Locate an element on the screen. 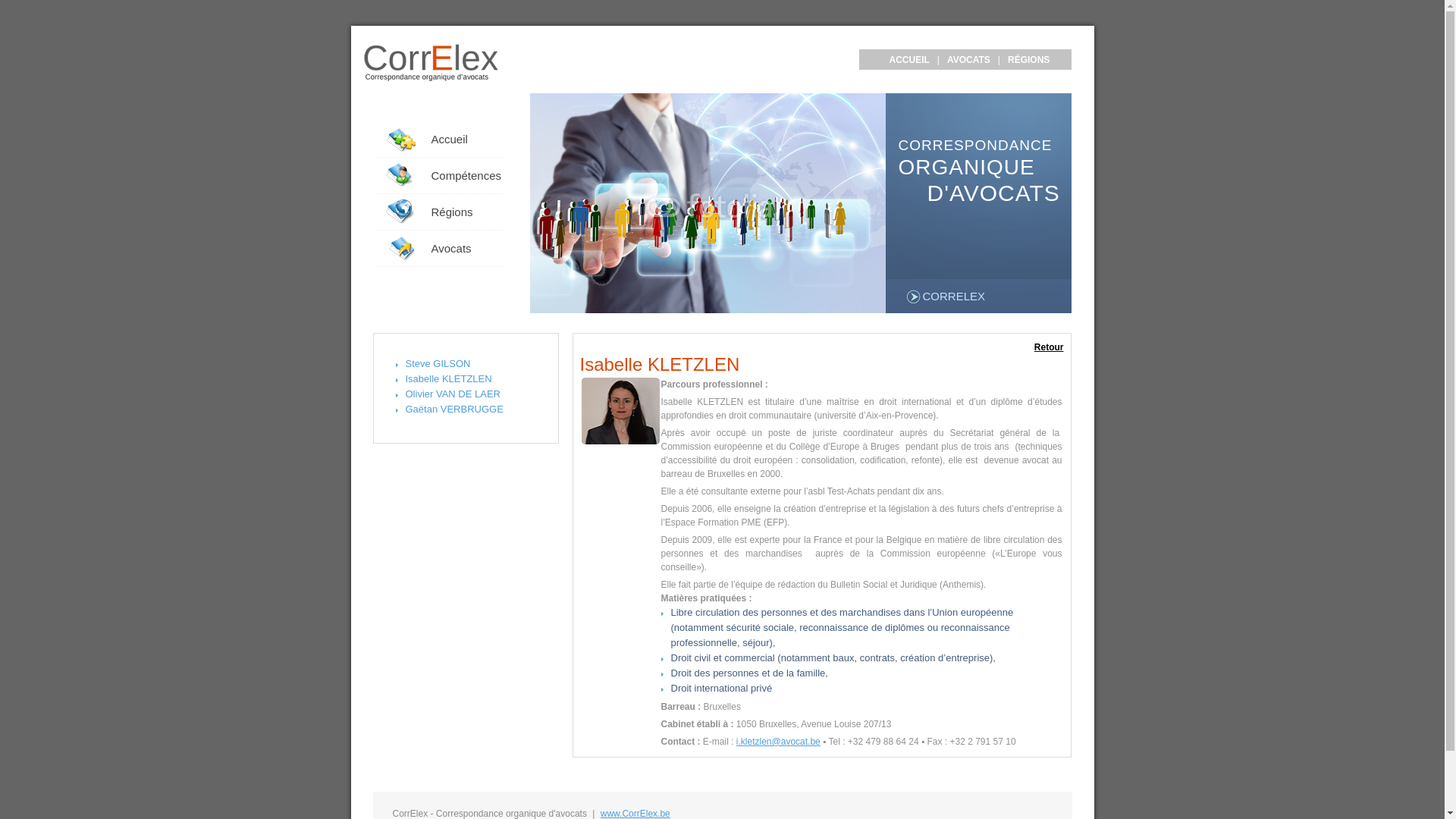  'ACCUEIL' is located at coordinates (908, 58).